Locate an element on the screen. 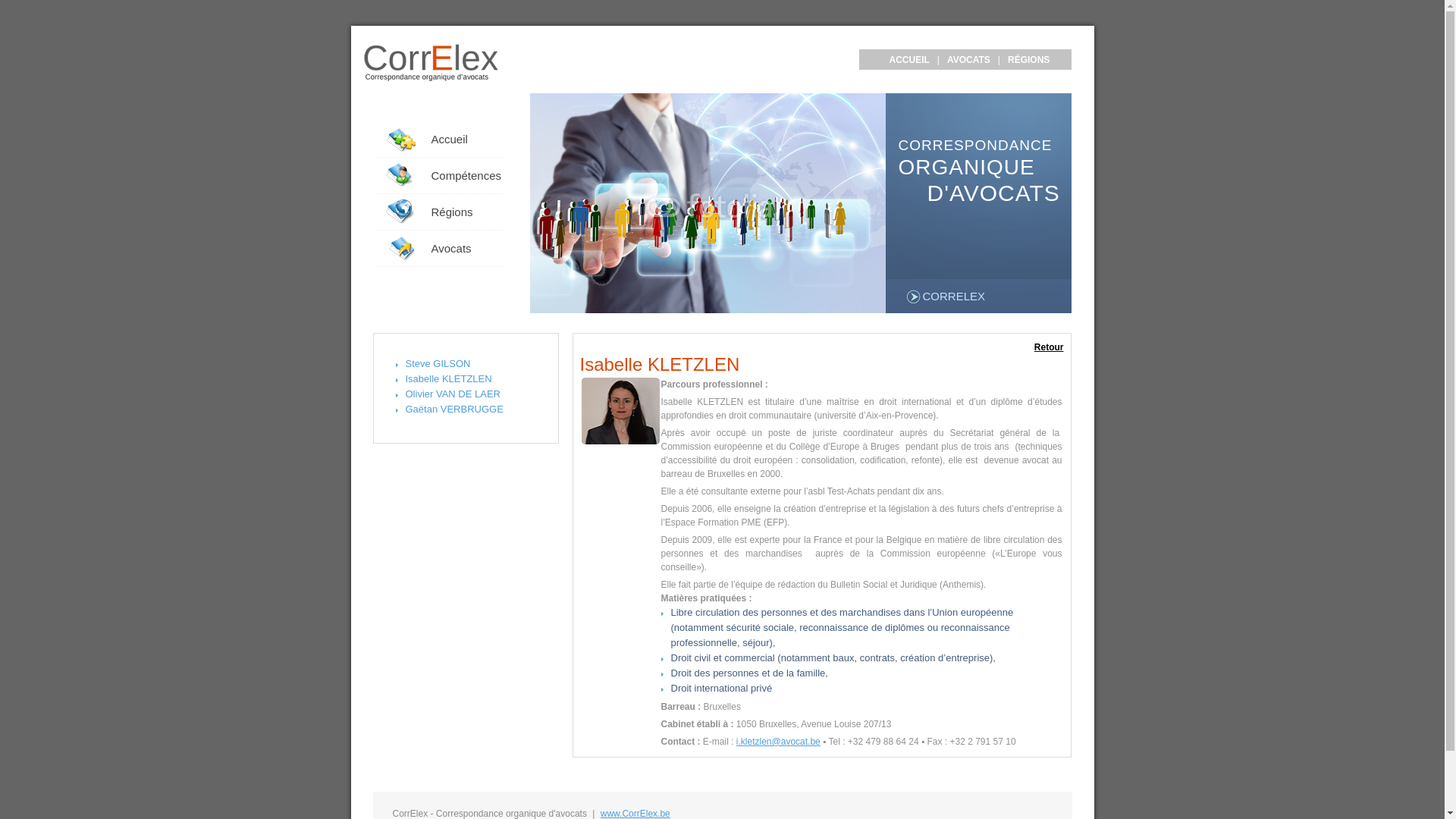  'ACCUEIL' is located at coordinates (908, 58).